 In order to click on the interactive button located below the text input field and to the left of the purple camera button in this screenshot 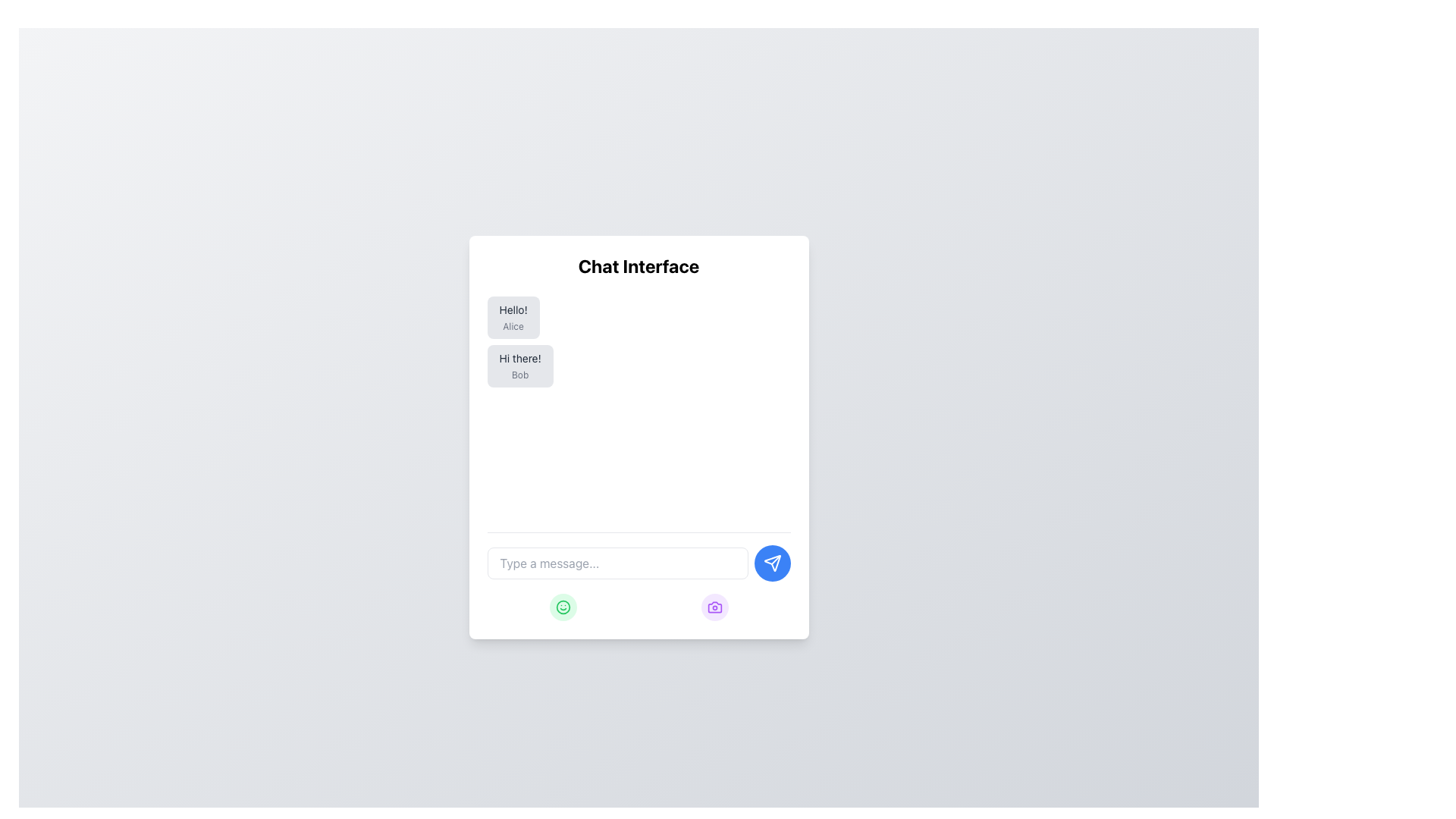, I will do `click(562, 607)`.